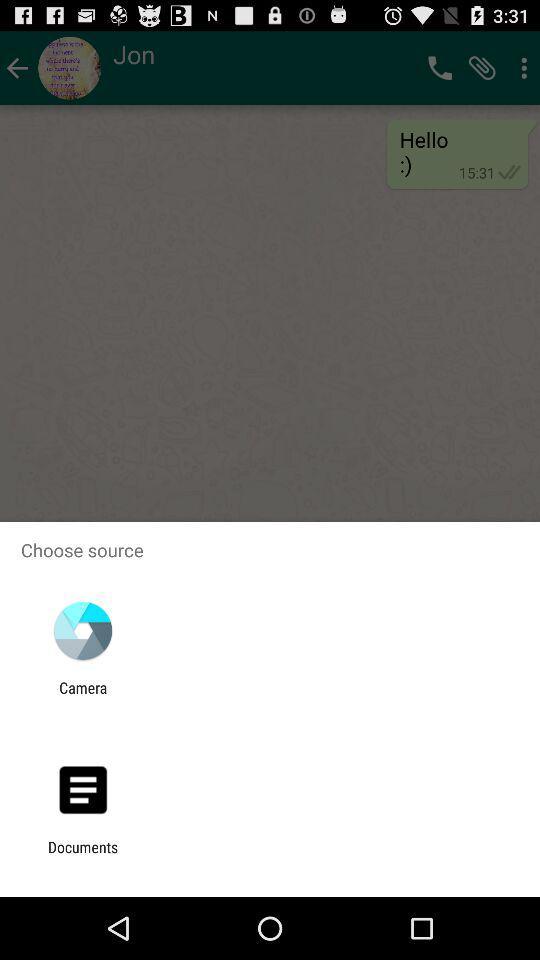 The width and height of the screenshot is (540, 960). Describe the element at coordinates (82, 855) in the screenshot. I see `documents` at that location.